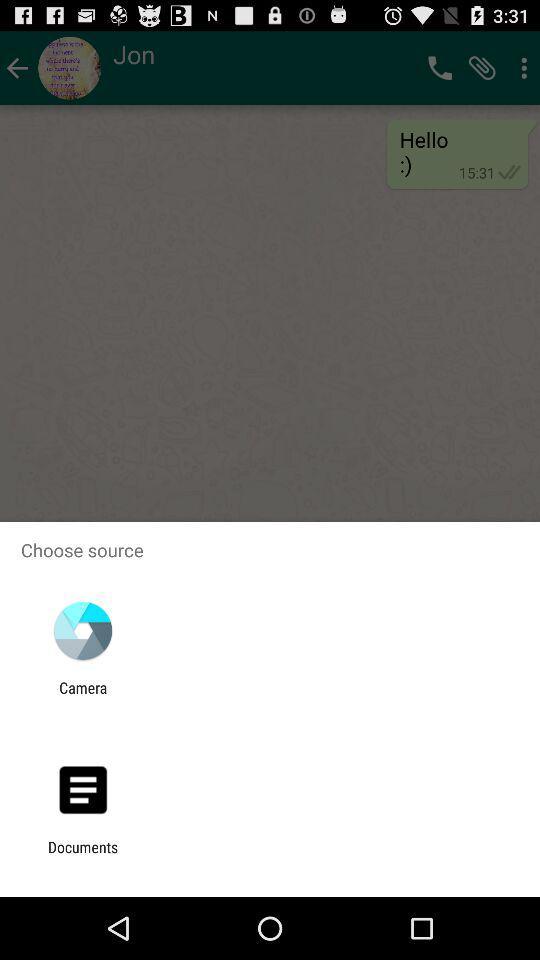 The width and height of the screenshot is (540, 960). Describe the element at coordinates (82, 855) in the screenshot. I see `documents` at that location.